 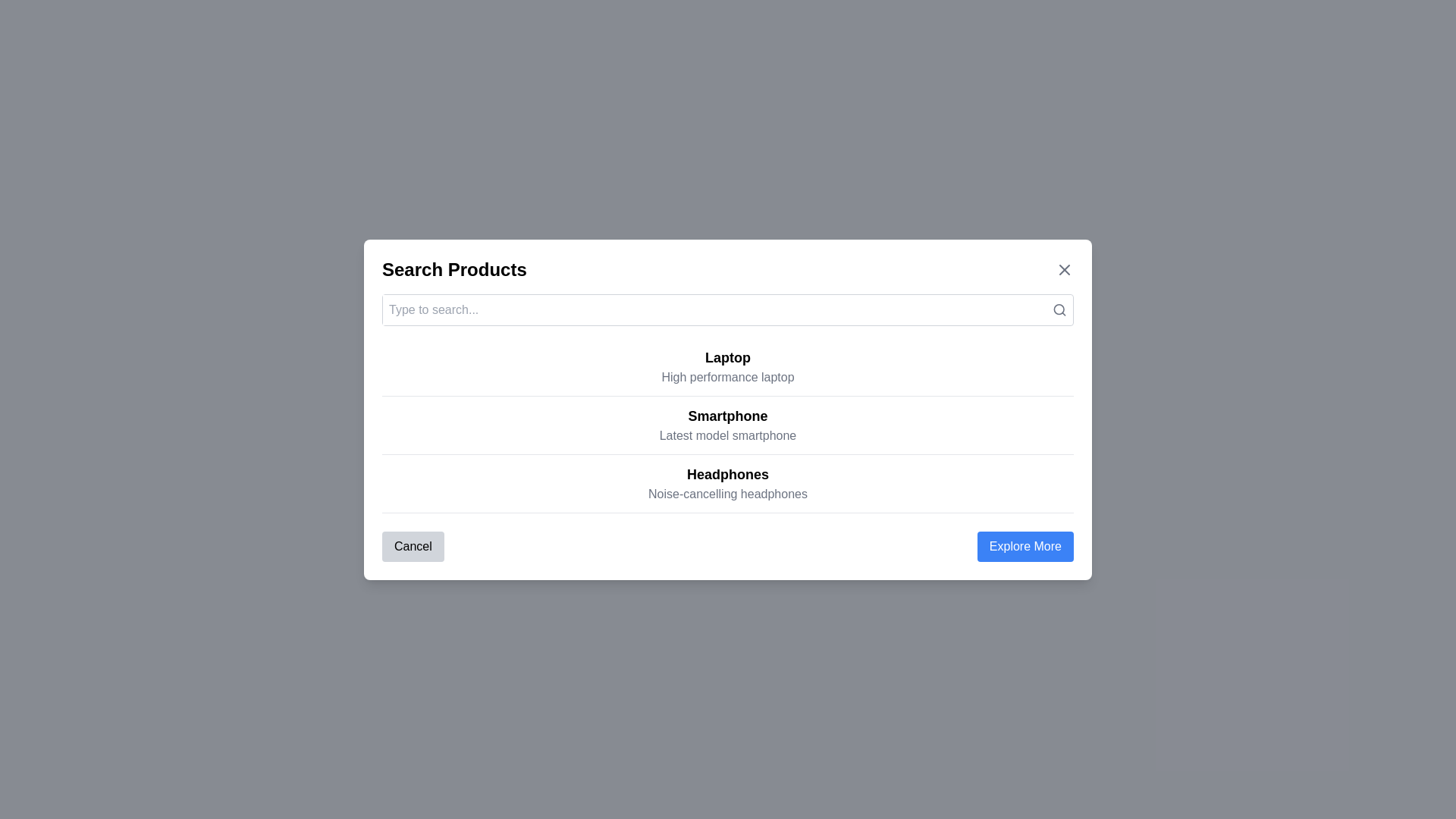 What do you see at coordinates (1058, 308) in the screenshot?
I see `the body of the magnifying glass icon, which is located at the far-right of the search input field within the header of a modal dialog` at bounding box center [1058, 308].